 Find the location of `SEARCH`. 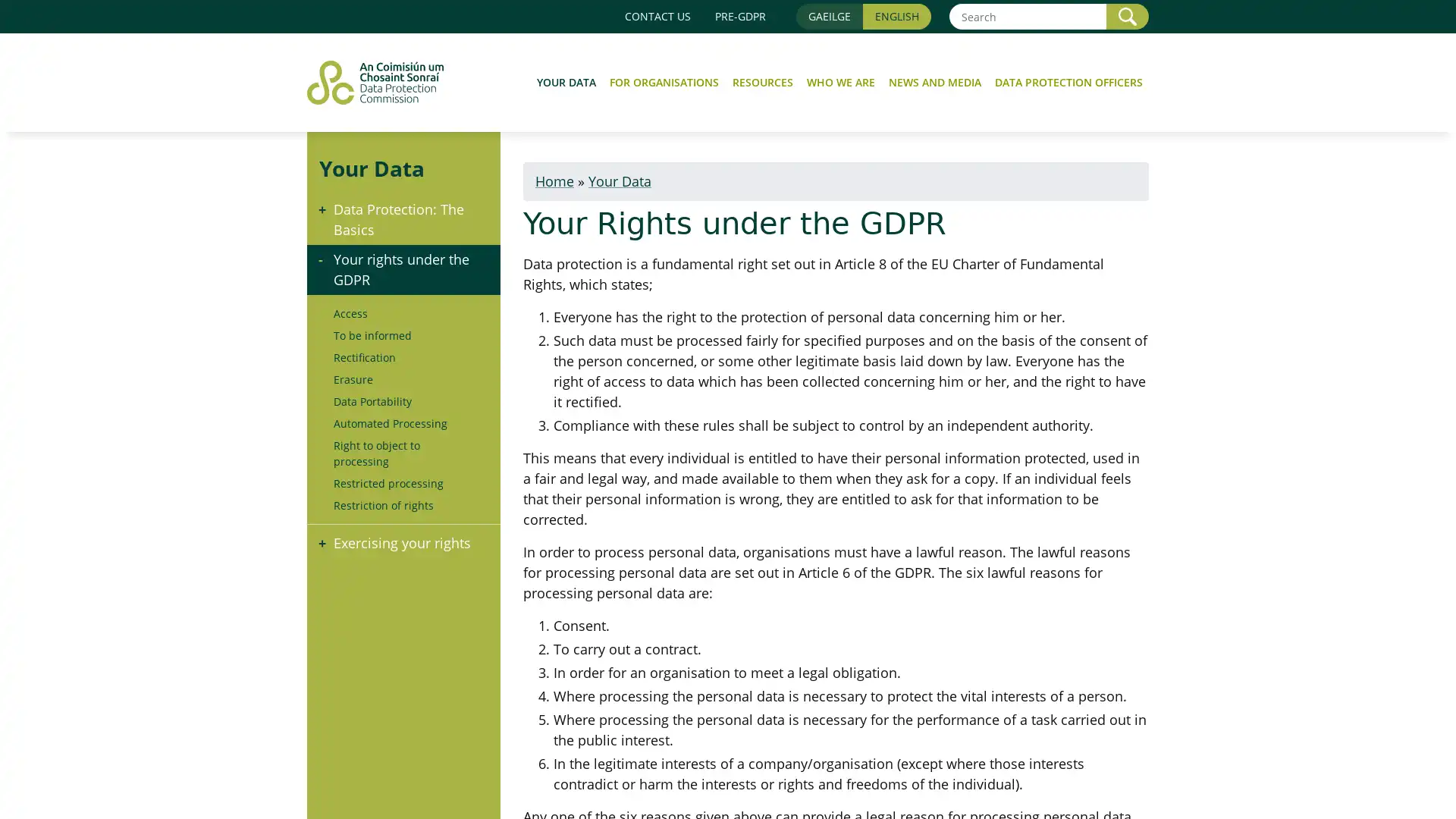

SEARCH is located at coordinates (1128, 16).